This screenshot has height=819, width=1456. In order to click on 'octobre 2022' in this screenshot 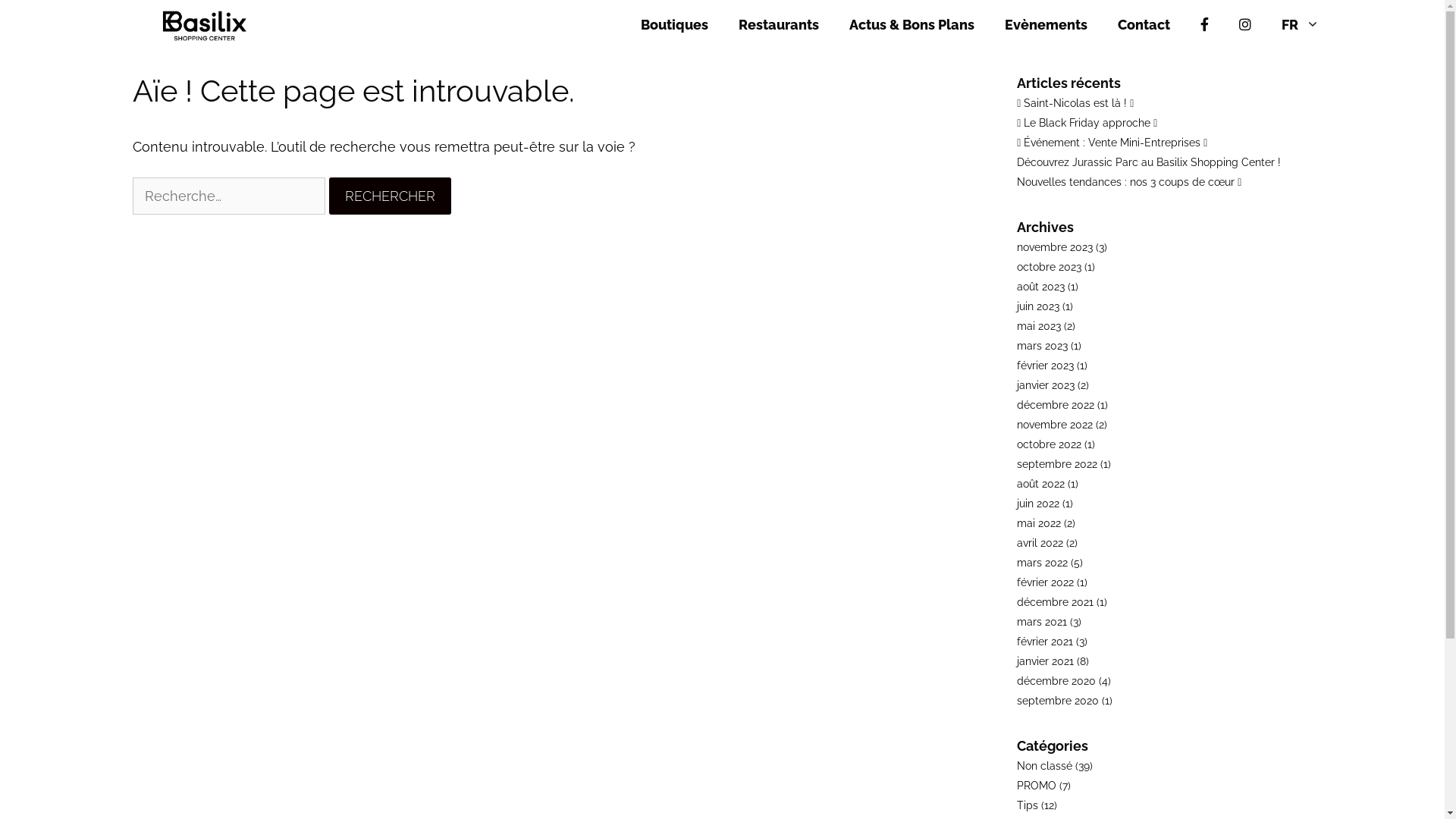, I will do `click(1048, 444)`.